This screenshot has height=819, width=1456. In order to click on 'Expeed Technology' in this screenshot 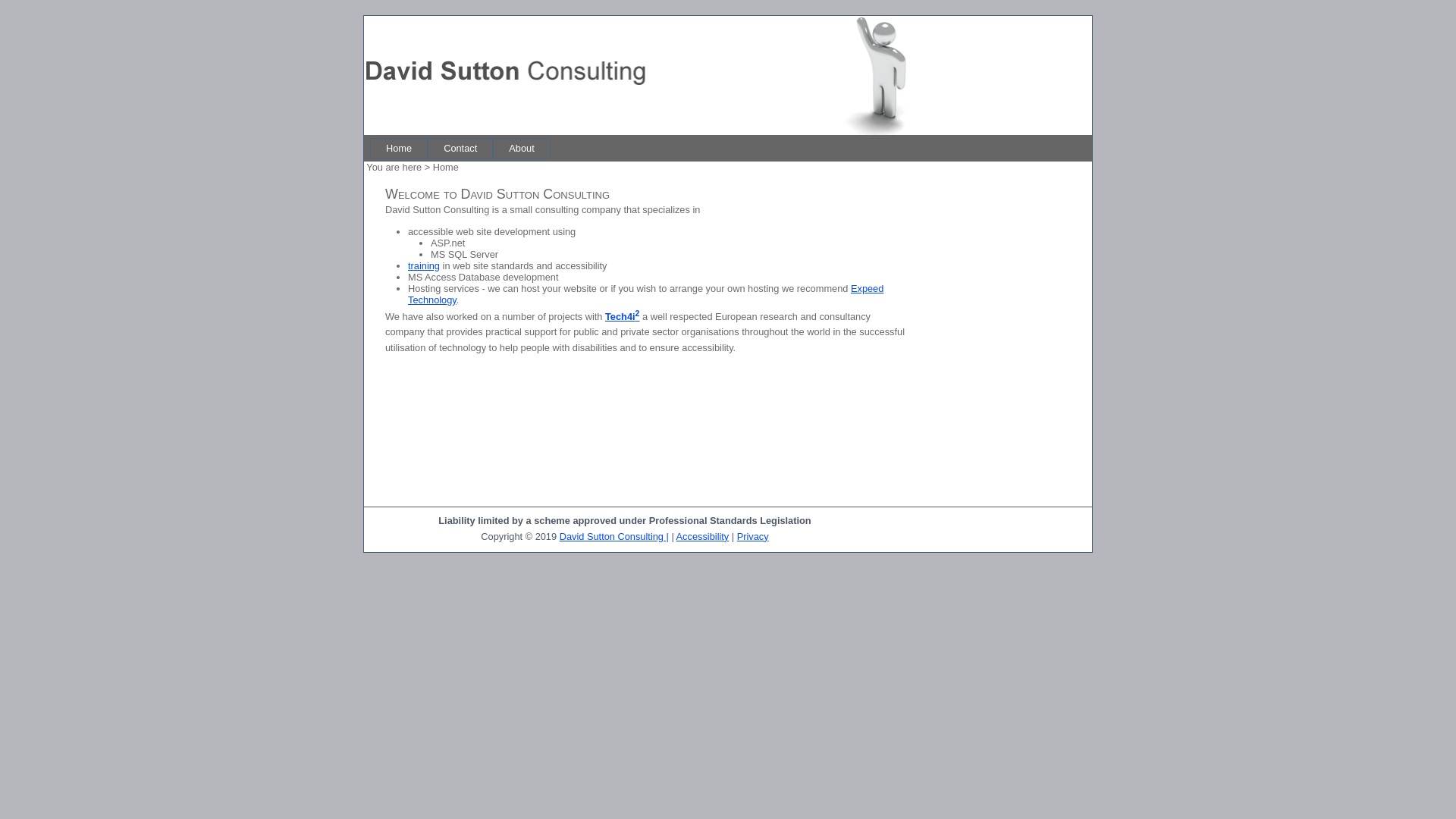, I will do `click(407, 294)`.